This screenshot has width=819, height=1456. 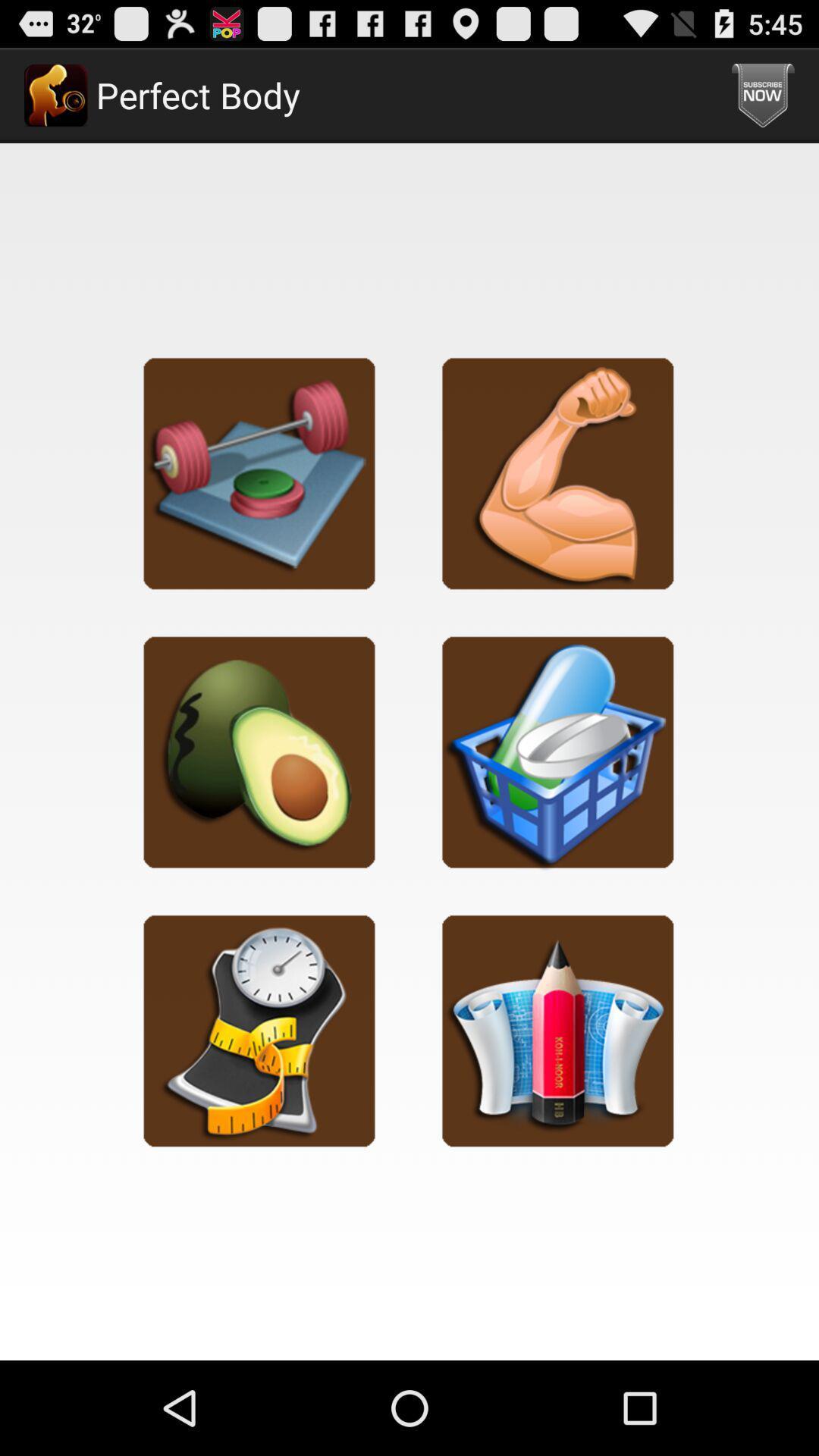 What do you see at coordinates (259, 1030) in the screenshot?
I see `scale` at bounding box center [259, 1030].